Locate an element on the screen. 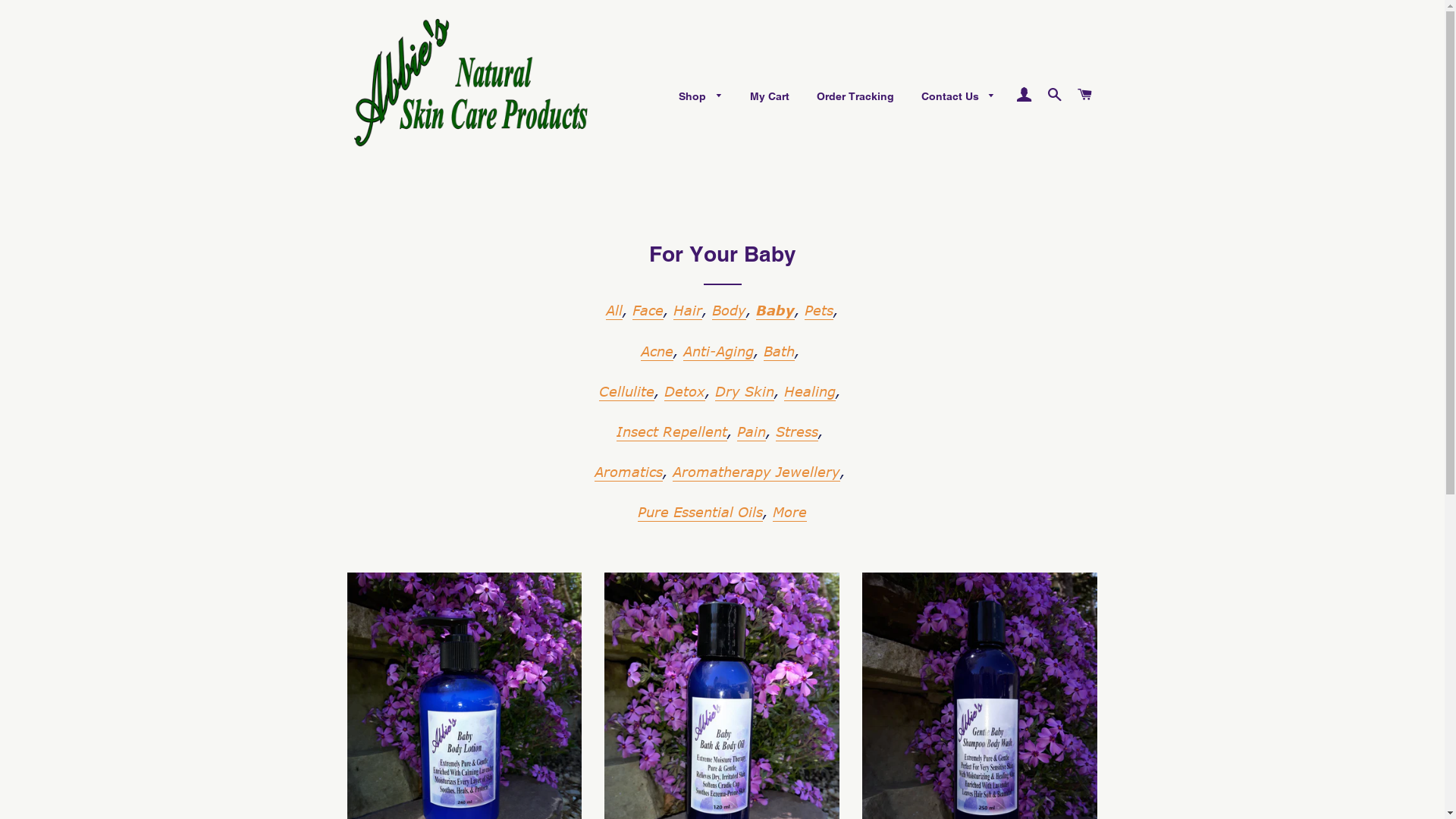 The height and width of the screenshot is (819, 1456). 'Face' is located at coordinates (648, 309).